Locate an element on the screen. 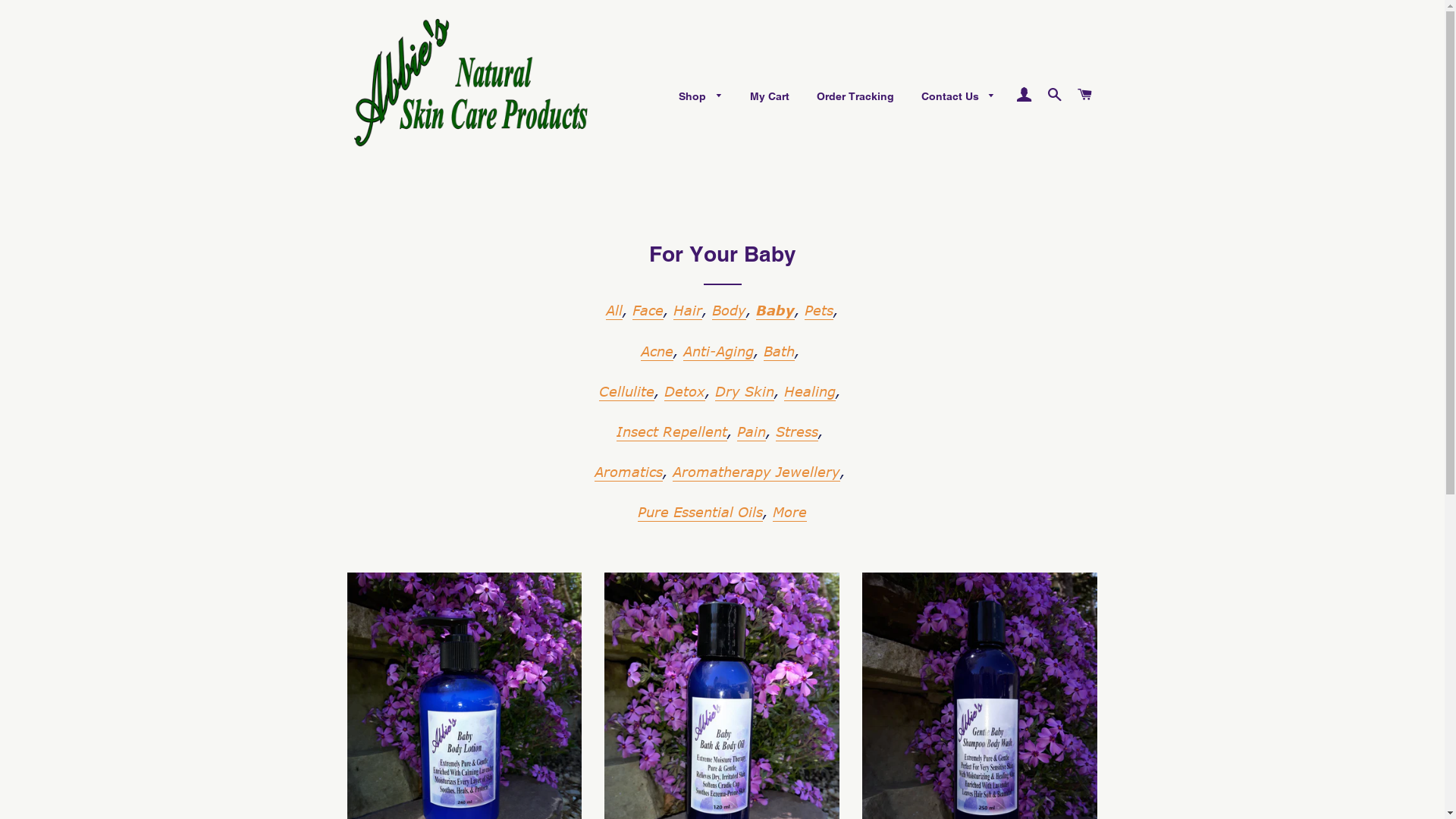 The height and width of the screenshot is (819, 1456). 'Face' is located at coordinates (648, 309).